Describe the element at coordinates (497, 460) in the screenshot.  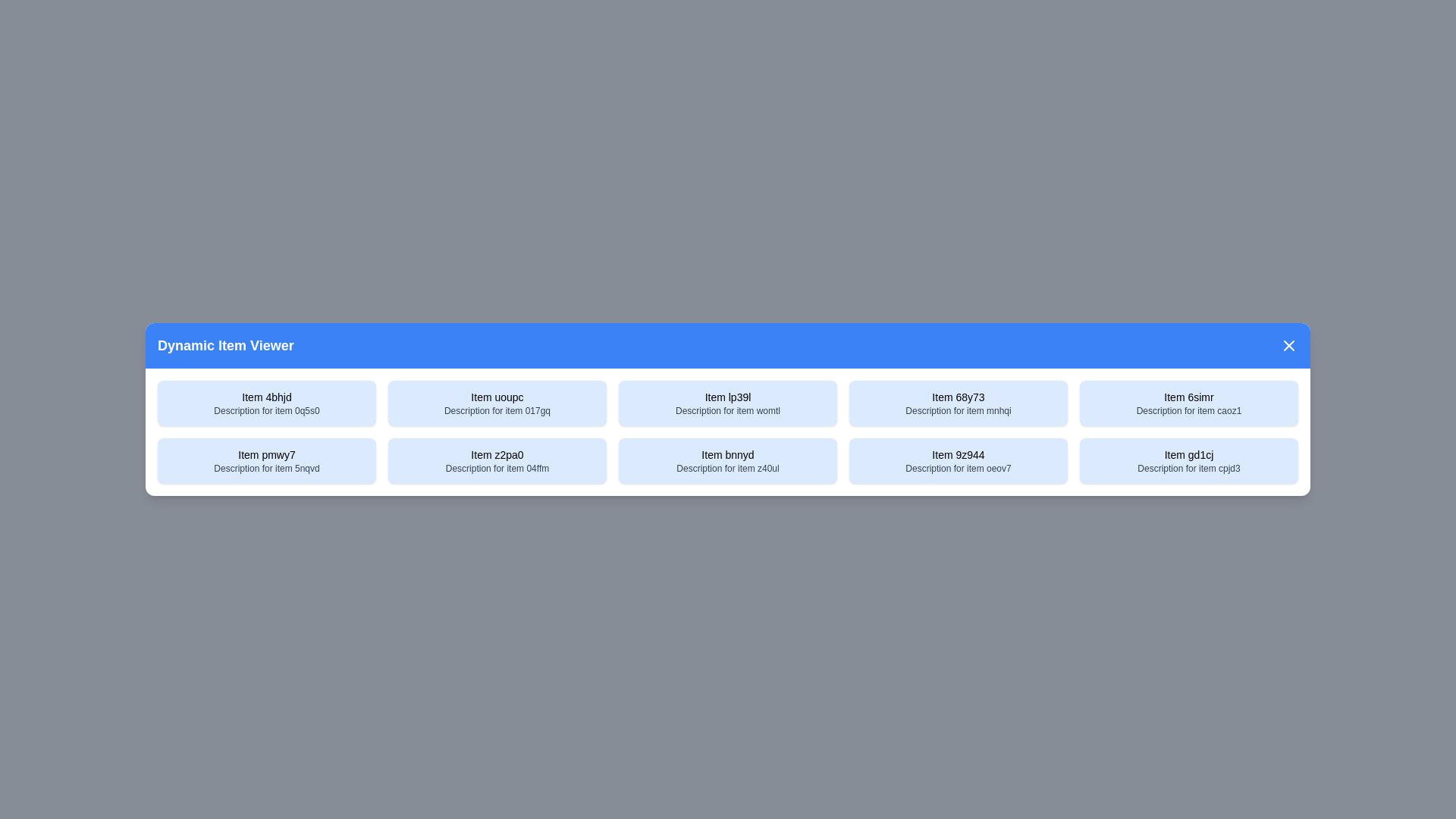
I see `the item with title Item z2pa0 to select it` at that location.